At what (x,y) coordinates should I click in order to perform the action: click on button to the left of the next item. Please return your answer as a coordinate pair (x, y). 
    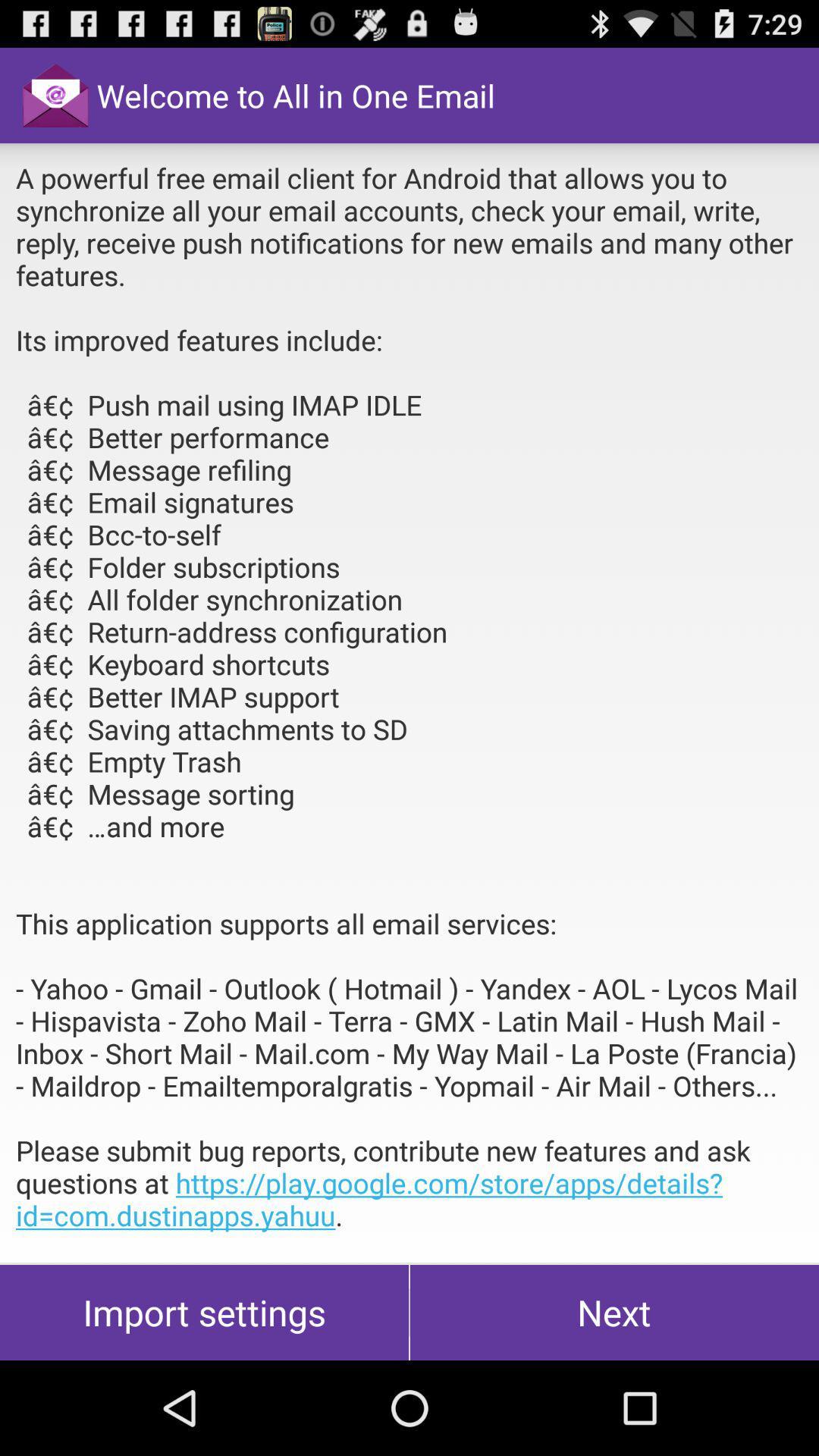
    Looking at the image, I should click on (203, 1312).